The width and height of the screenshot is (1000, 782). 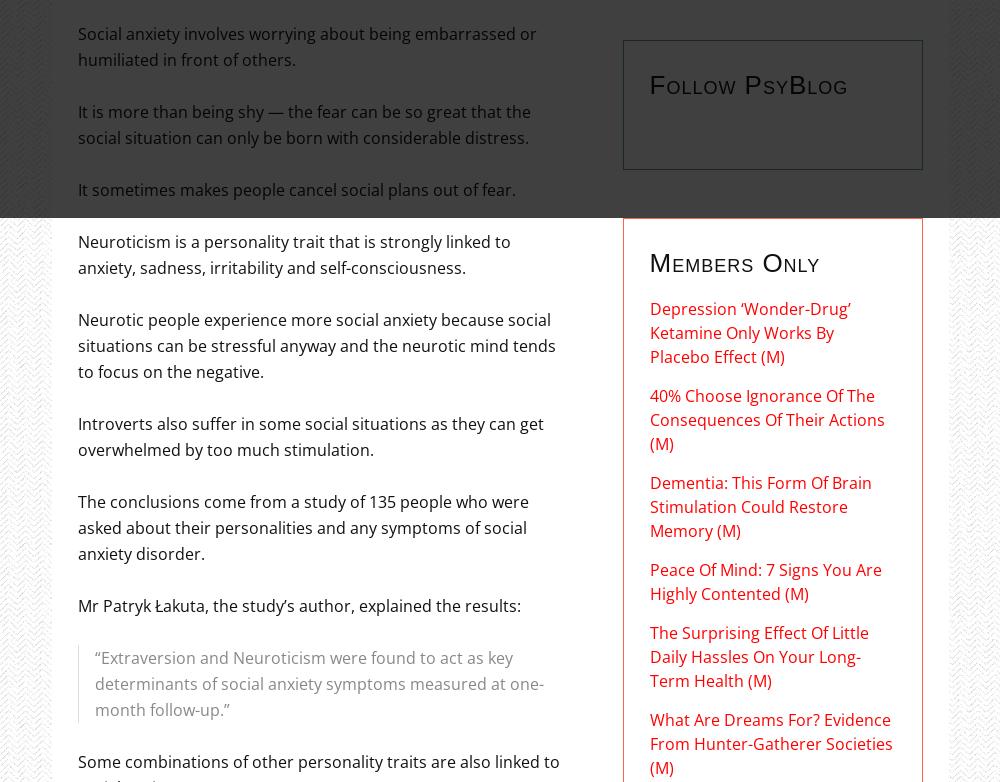 I want to click on 'What Are Dreams For? Evidence From Hunter-Gatherer Societies (M)', so click(x=770, y=742).